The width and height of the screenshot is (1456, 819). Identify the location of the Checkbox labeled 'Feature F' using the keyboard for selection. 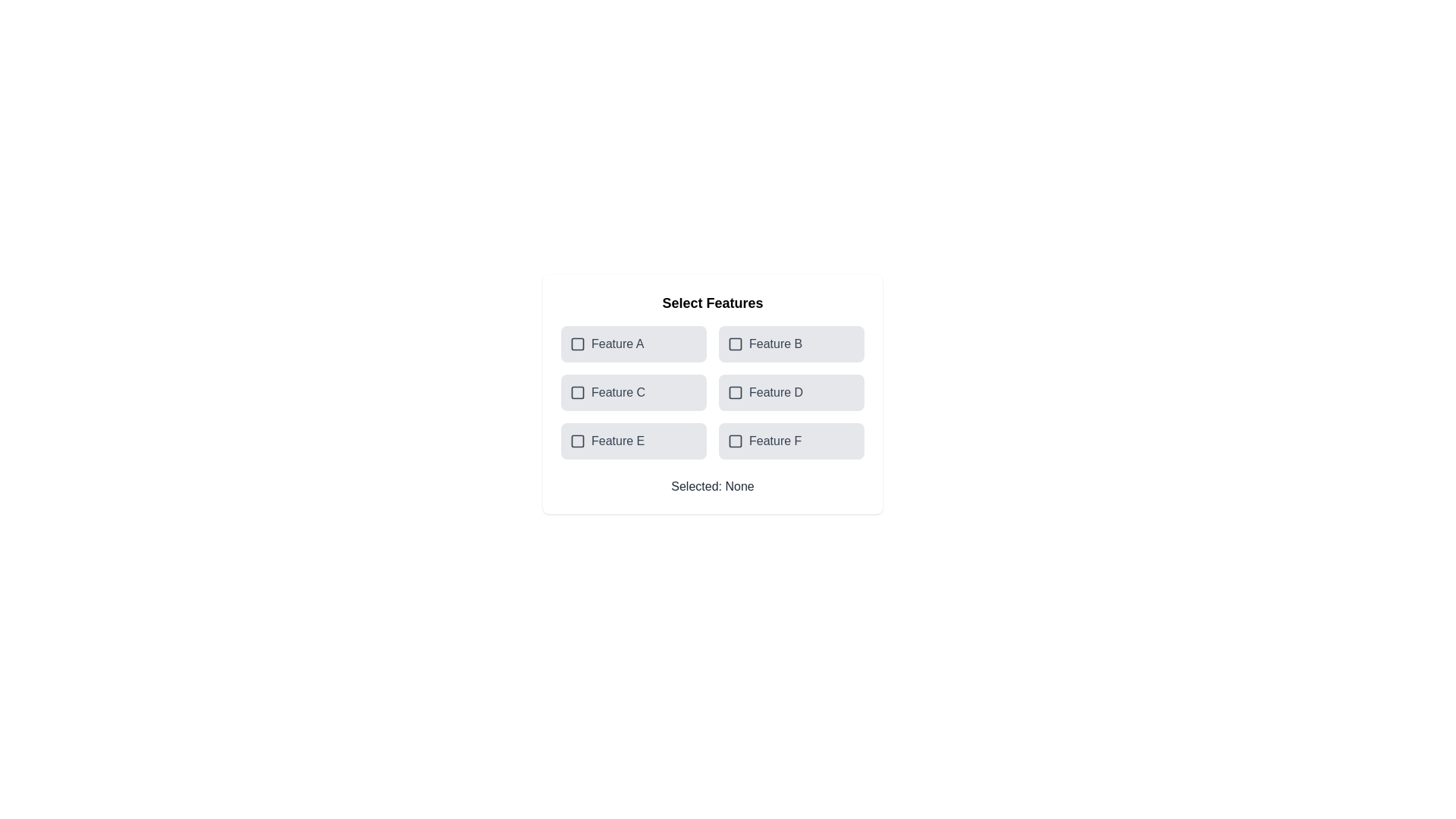
(790, 441).